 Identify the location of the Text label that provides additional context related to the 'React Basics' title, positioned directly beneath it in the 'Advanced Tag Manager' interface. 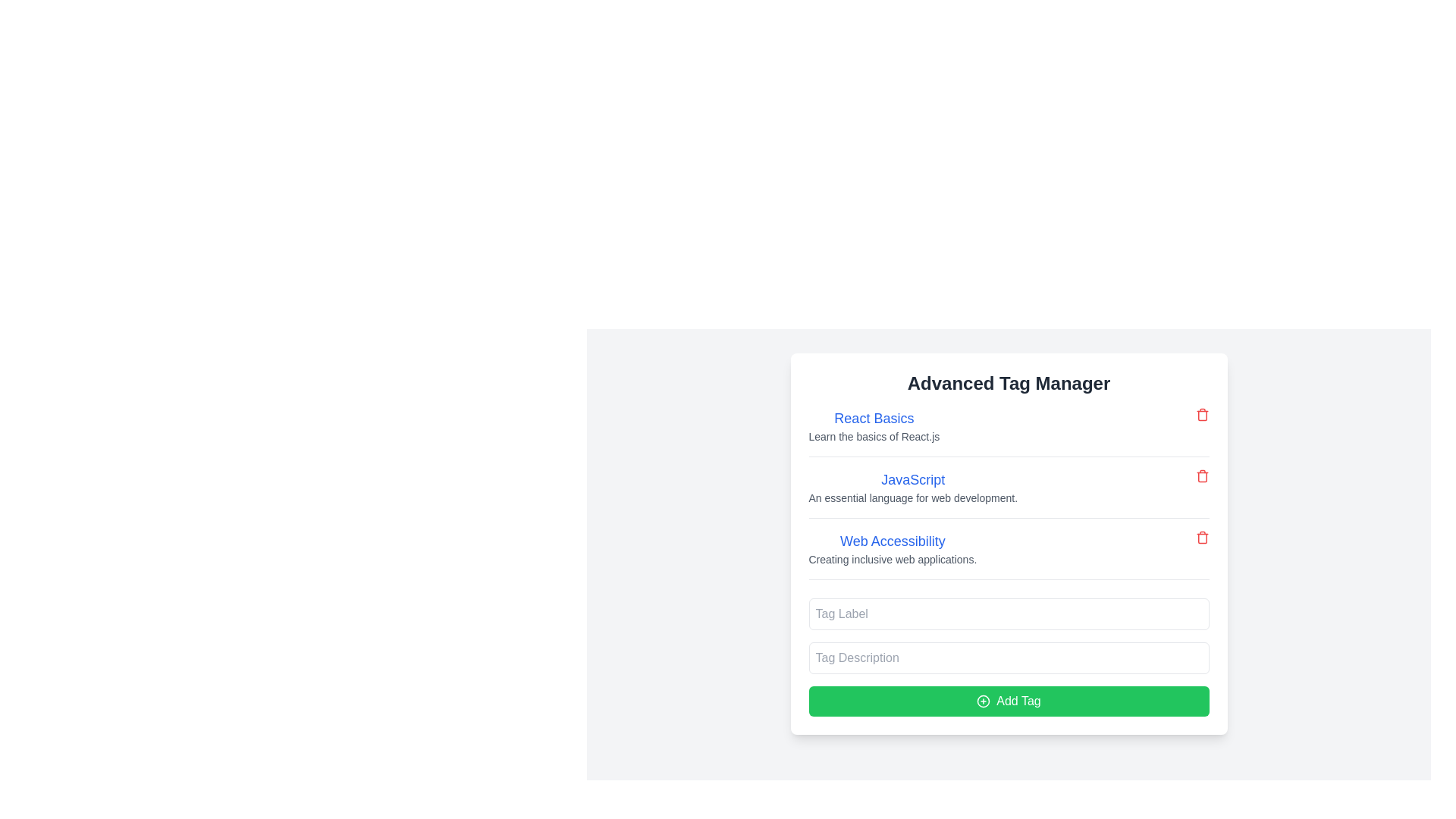
(874, 436).